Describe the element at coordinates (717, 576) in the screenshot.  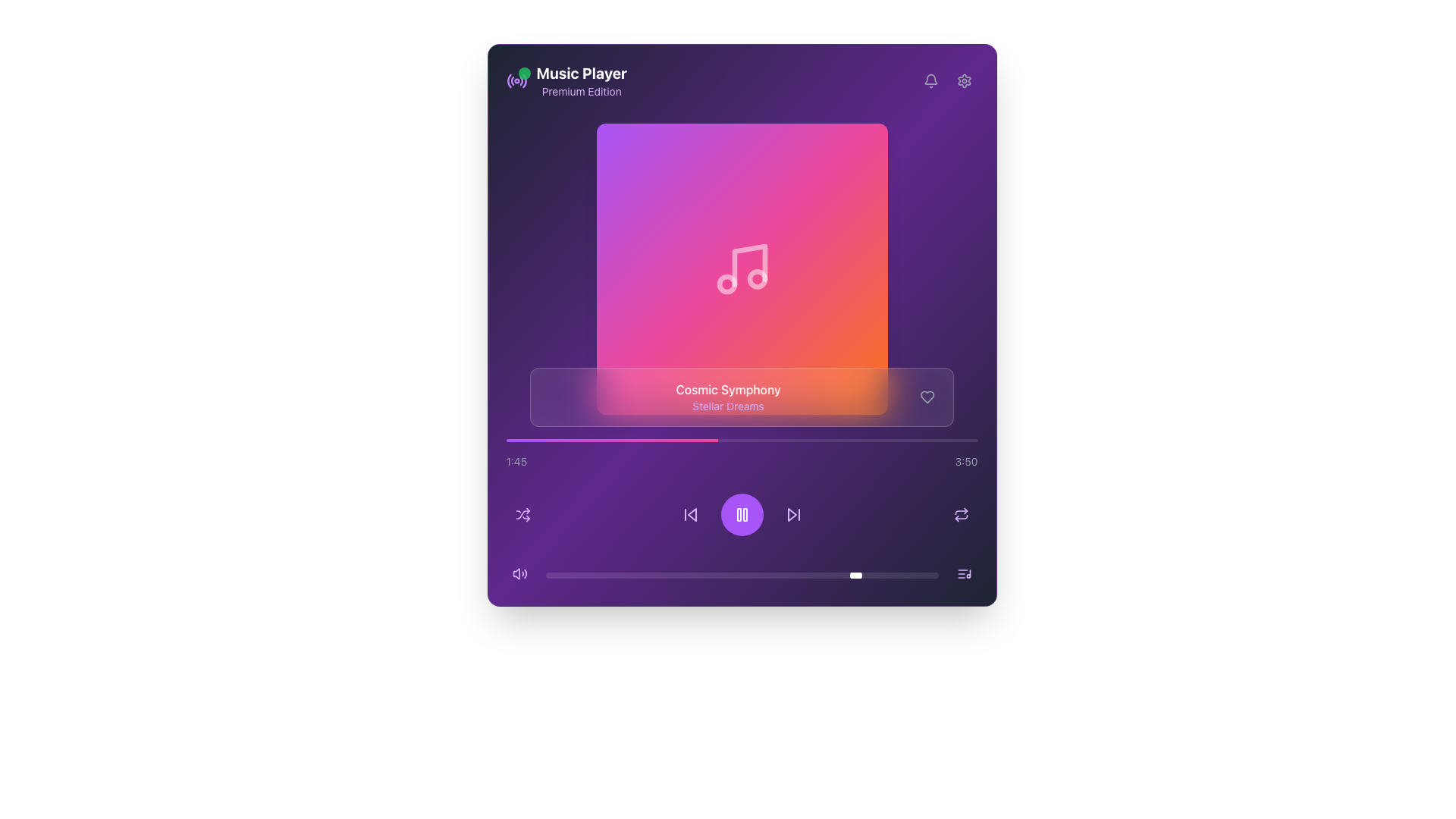
I see `the slider` at that location.